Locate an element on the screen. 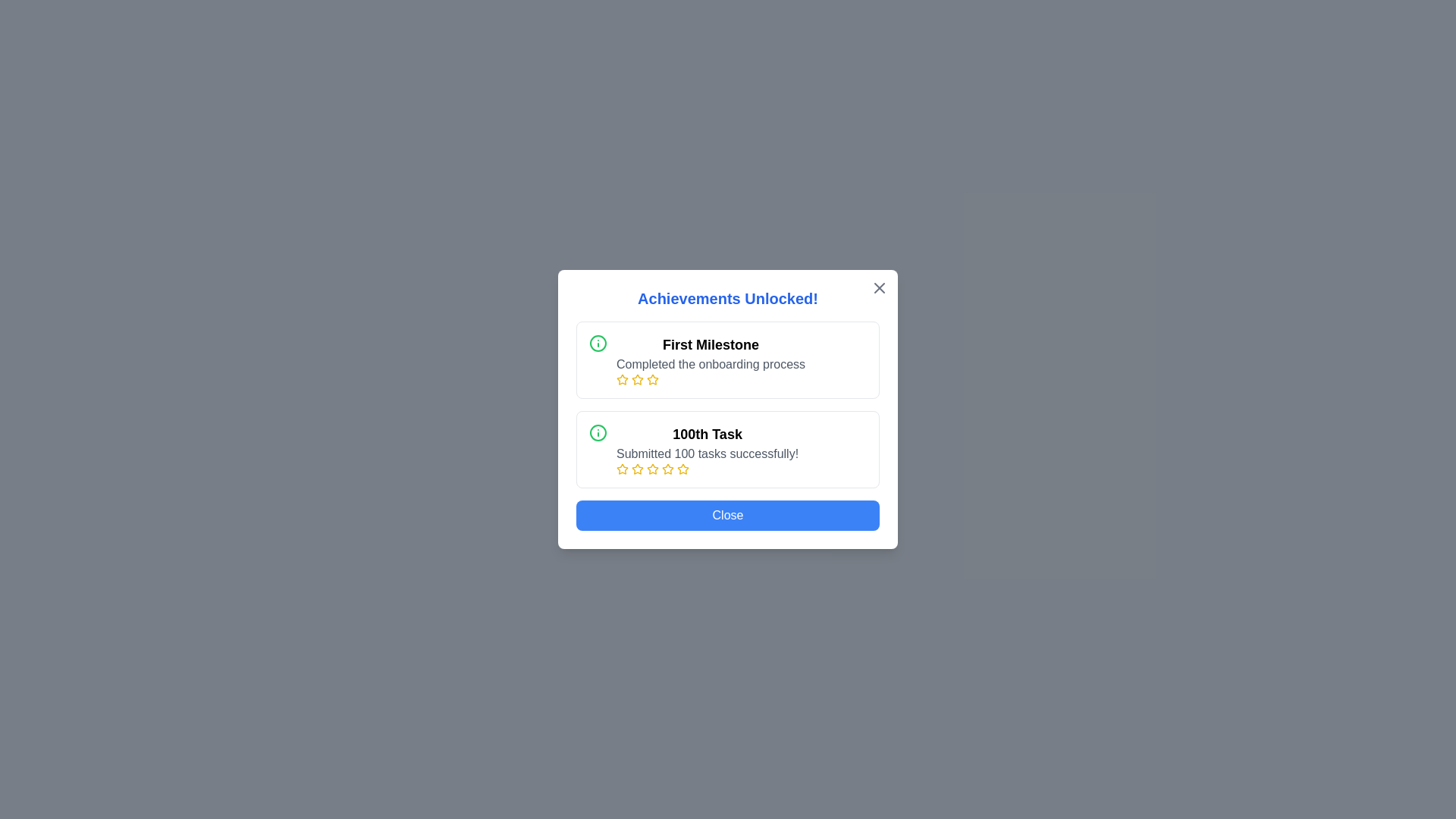 Image resolution: width=1456 pixels, height=819 pixels. the third star icon in the rating system under the '100th Task' subtitle is located at coordinates (622, 468).